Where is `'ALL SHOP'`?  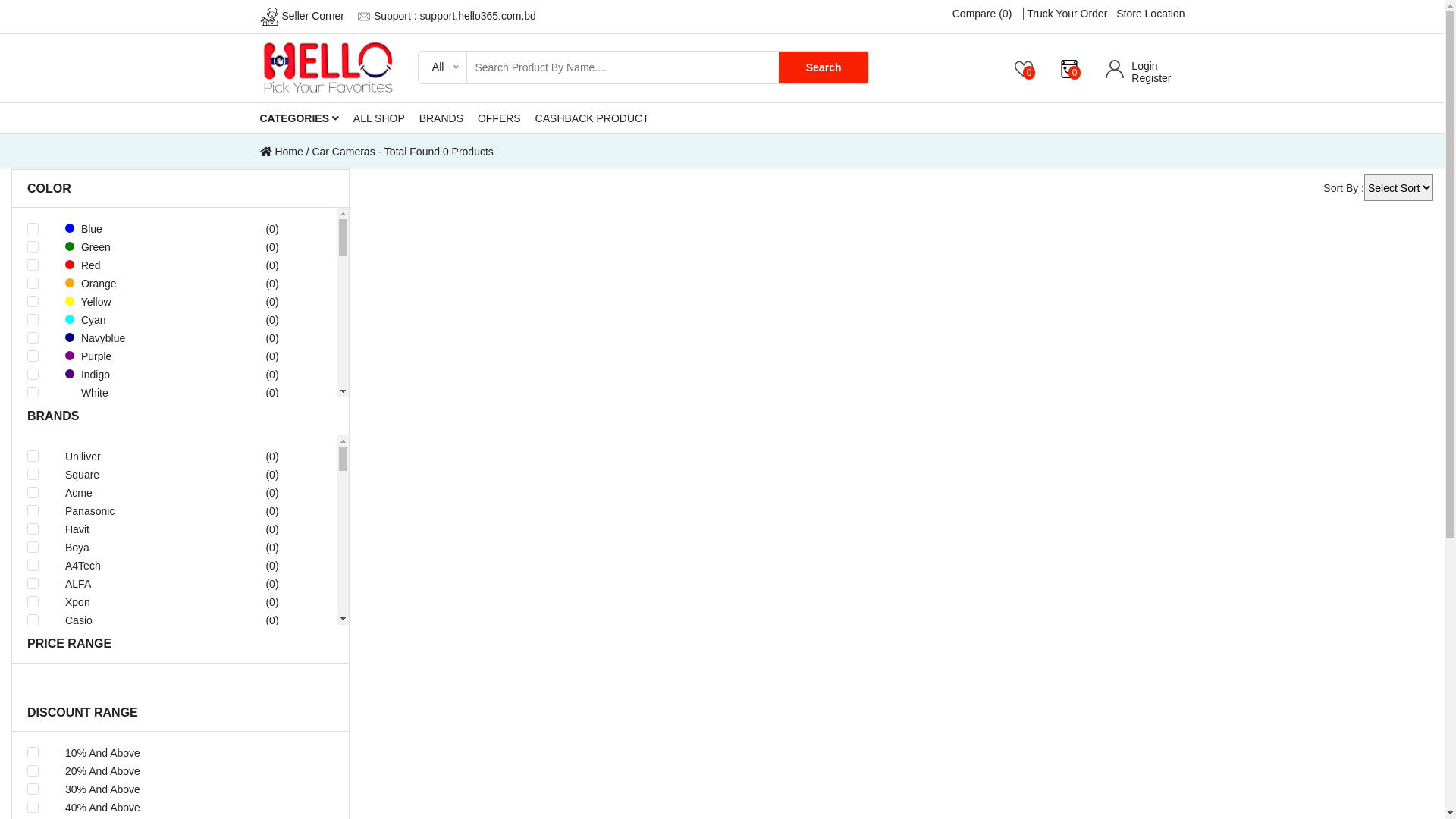 'ALL SHOP' is located at coordinates (384, 117).